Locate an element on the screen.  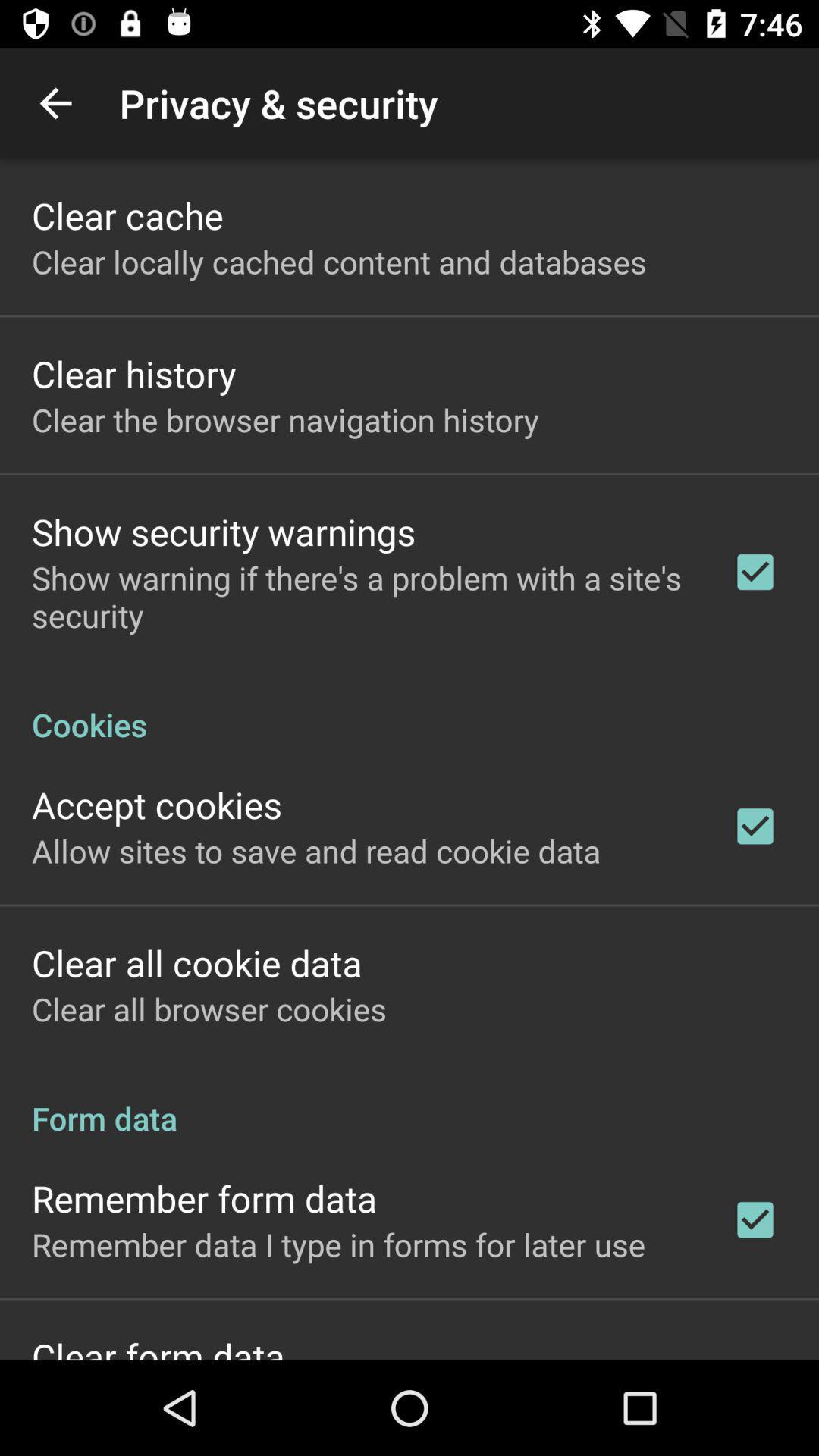
app next to the privacy & security is located at coordinates (55, 102).